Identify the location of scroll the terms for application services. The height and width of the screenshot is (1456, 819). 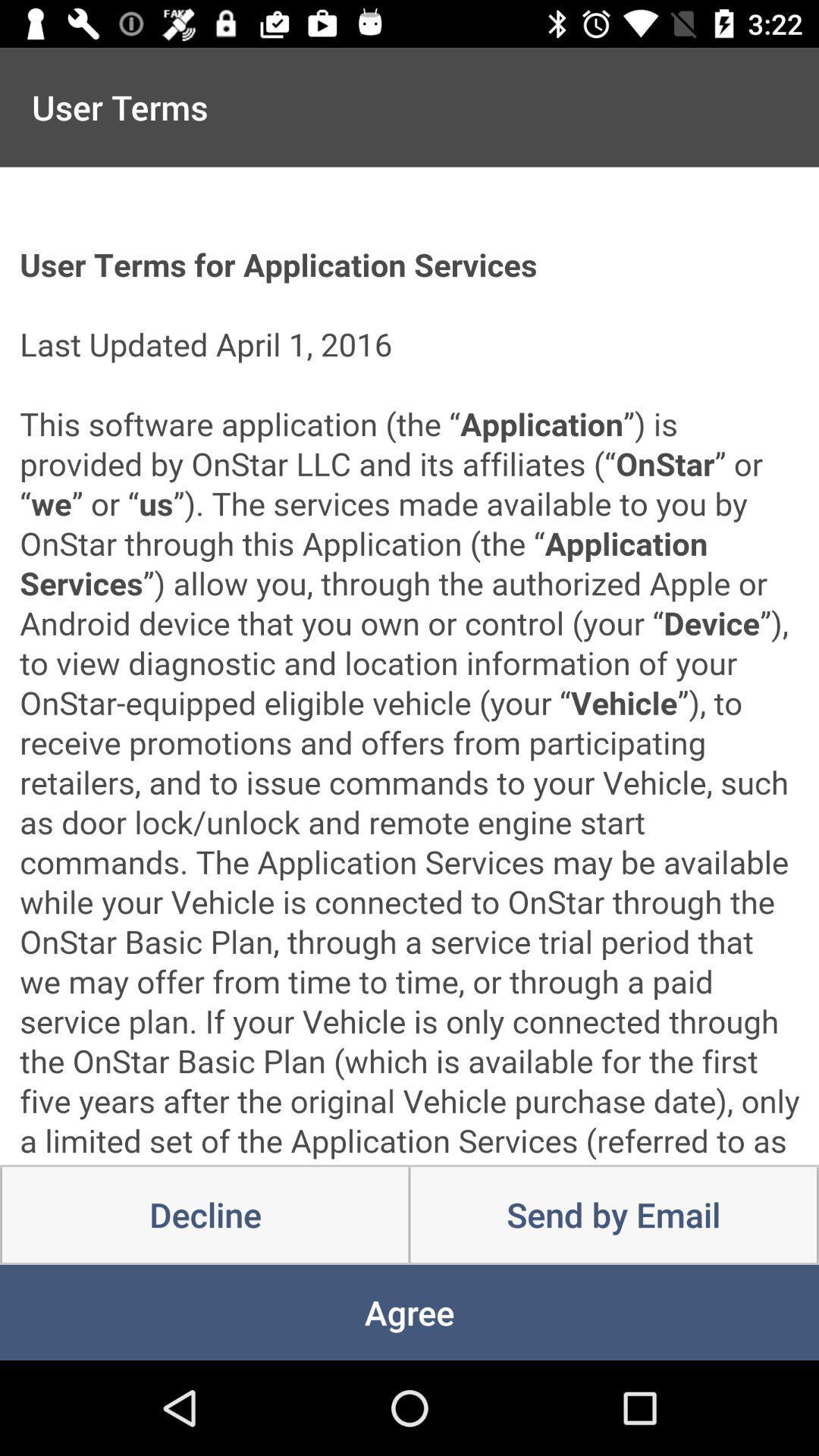
(409, 666).